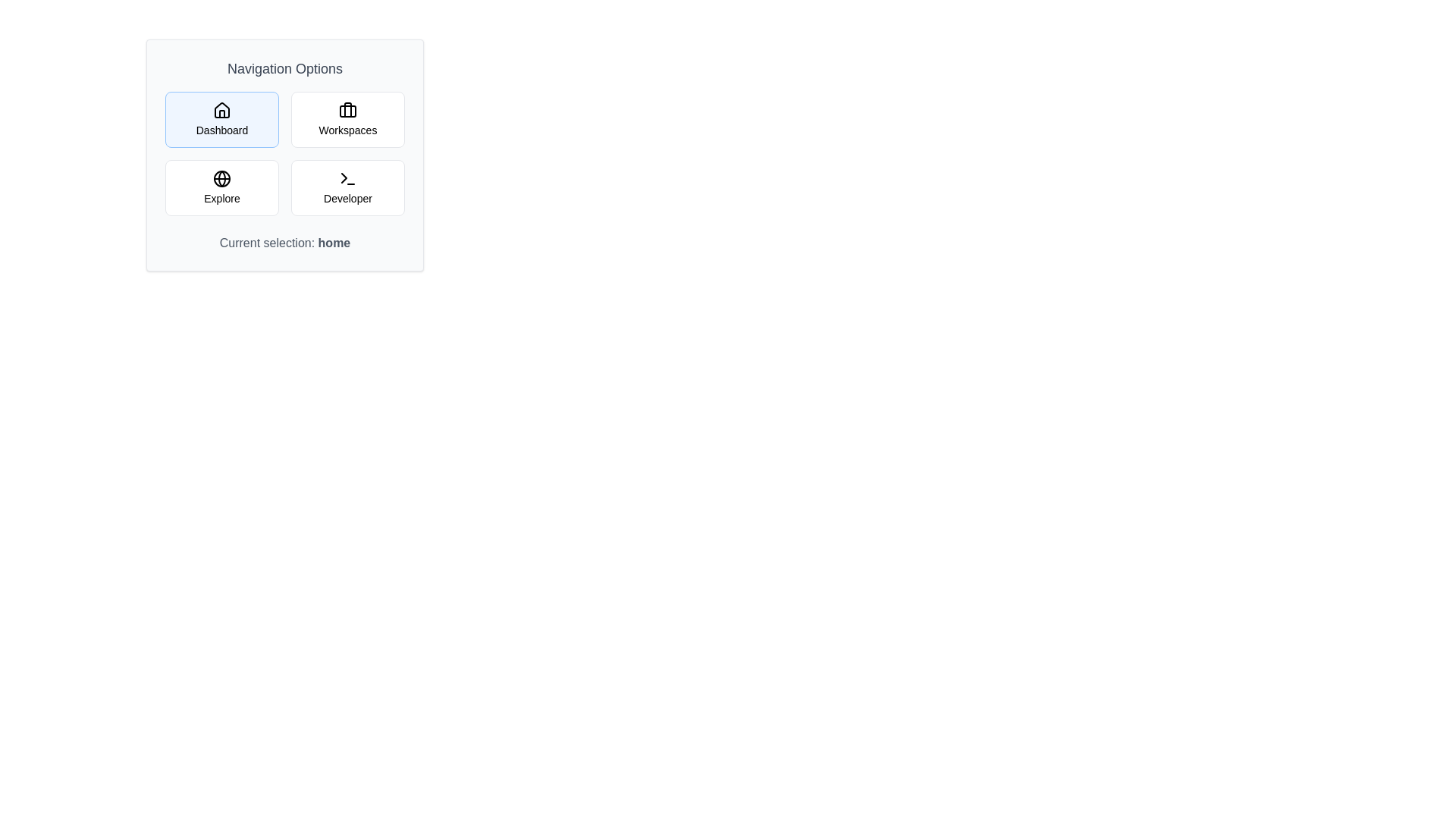  Describe the element at coordinates (347, 119) in the screenshot. I see `the Workspaces navigation option to select it` at that location.